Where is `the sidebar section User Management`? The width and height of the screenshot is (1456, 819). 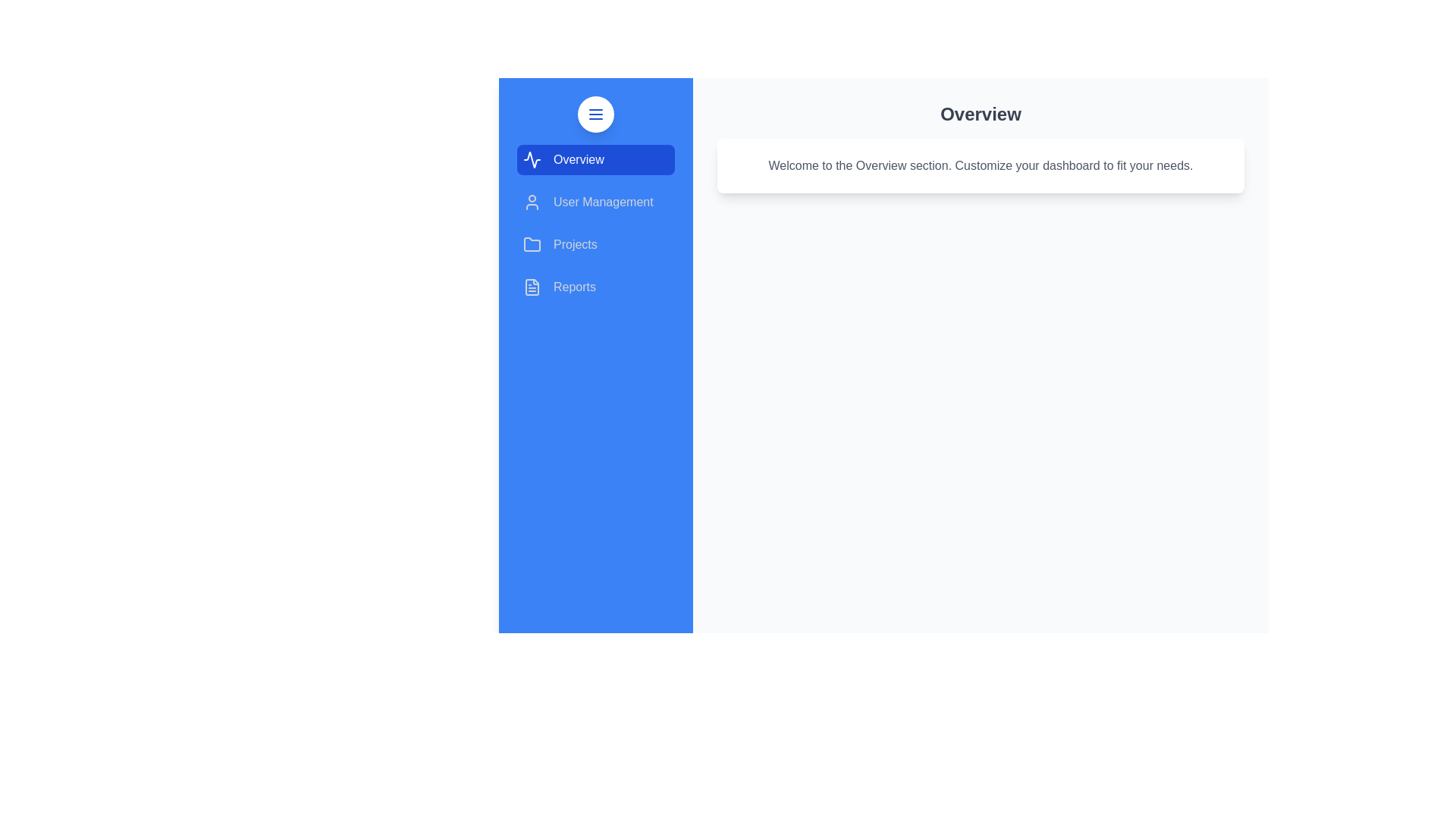 the sidebar section User Management is located at coordinates (595, 201).